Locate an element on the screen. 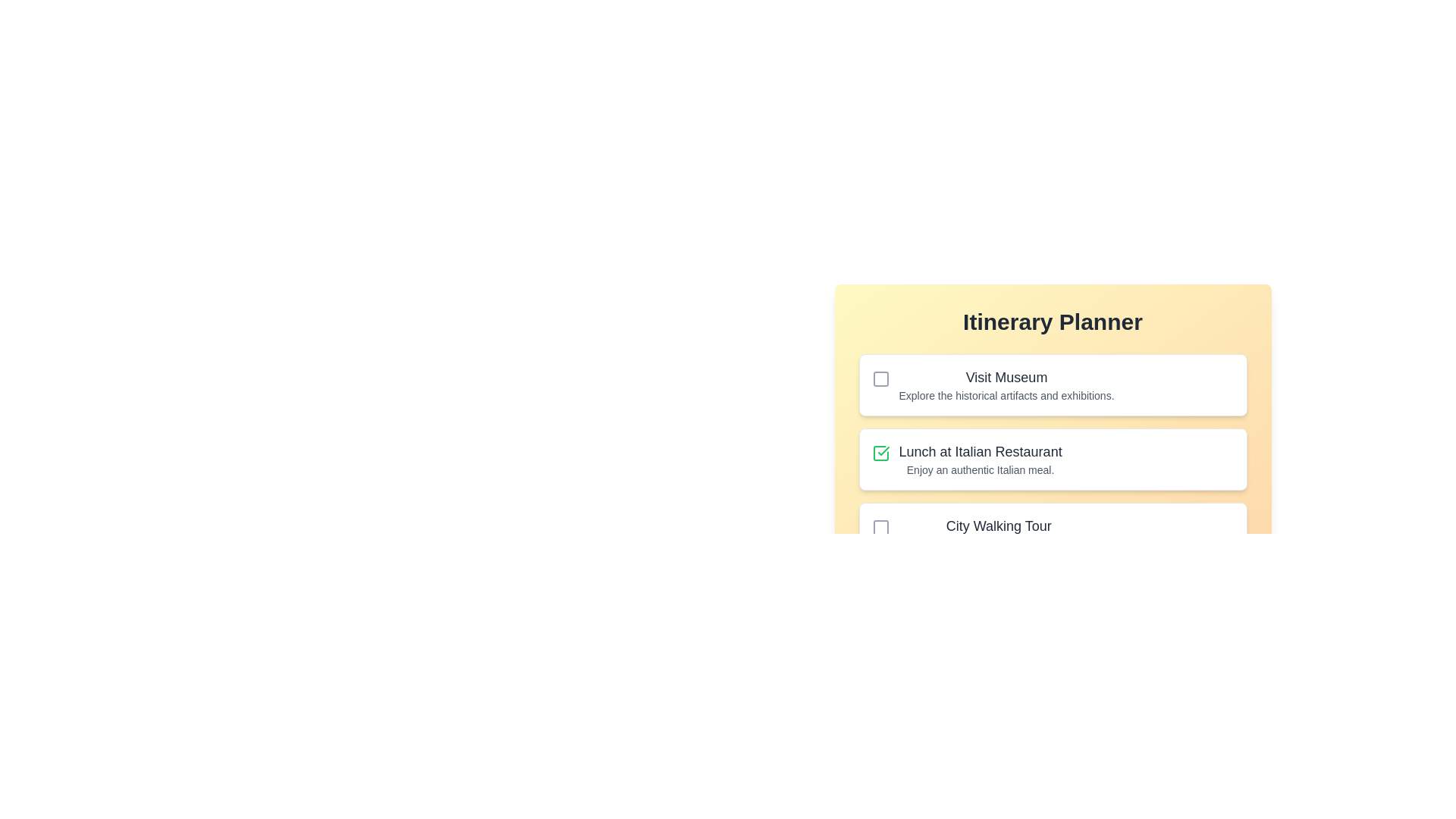 The width and height of the screenshot is (1456, 819). the small square icon with rounded corners located in the upper-left corner of the 'Visit Museum' option in the list is located at coordinates (880, 378).